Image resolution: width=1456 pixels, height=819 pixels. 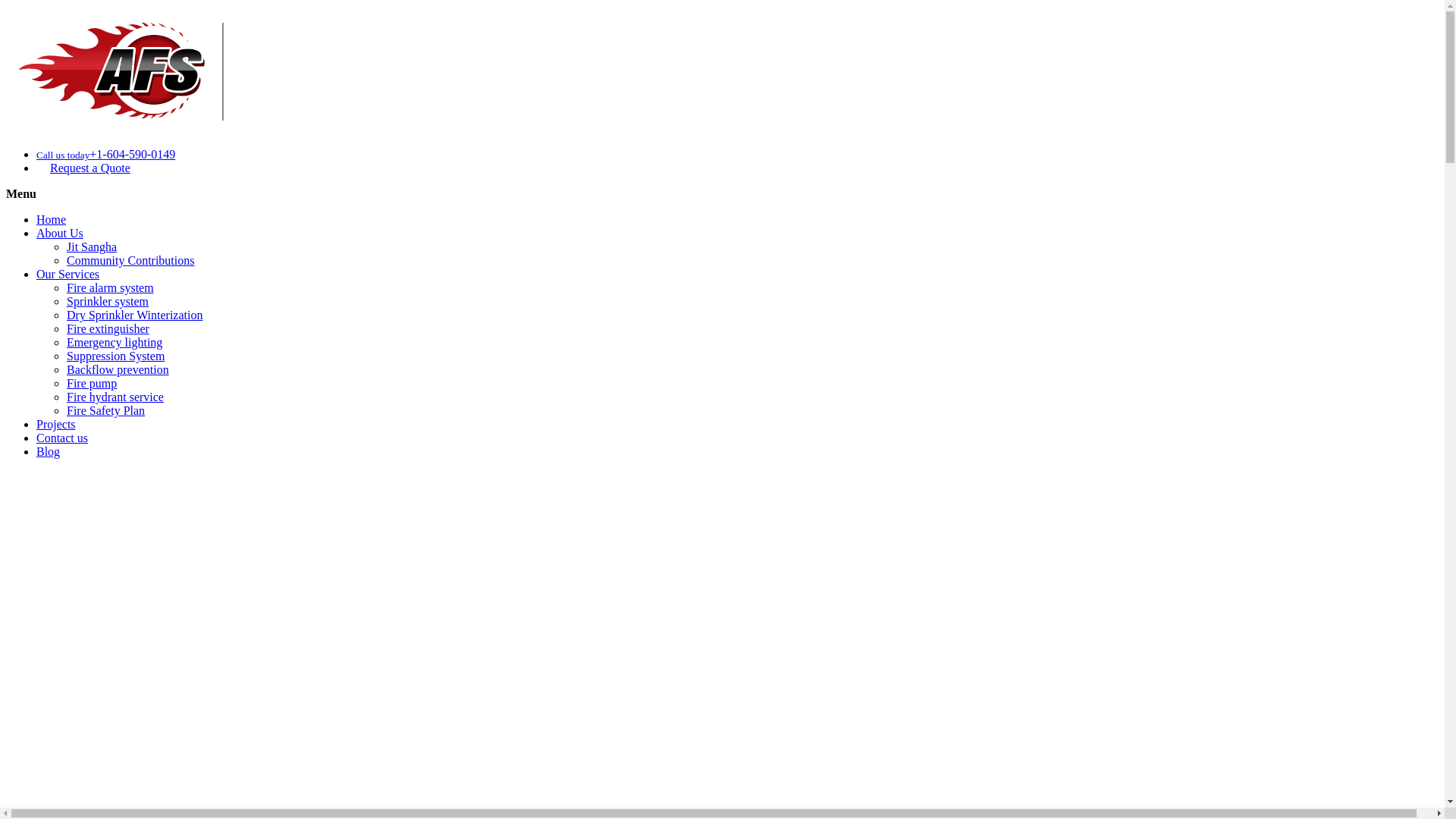 What do you see at coordinates (115, 356) in the screenshot?
I see `'Suppression System'` at bounding box center [115, 356].